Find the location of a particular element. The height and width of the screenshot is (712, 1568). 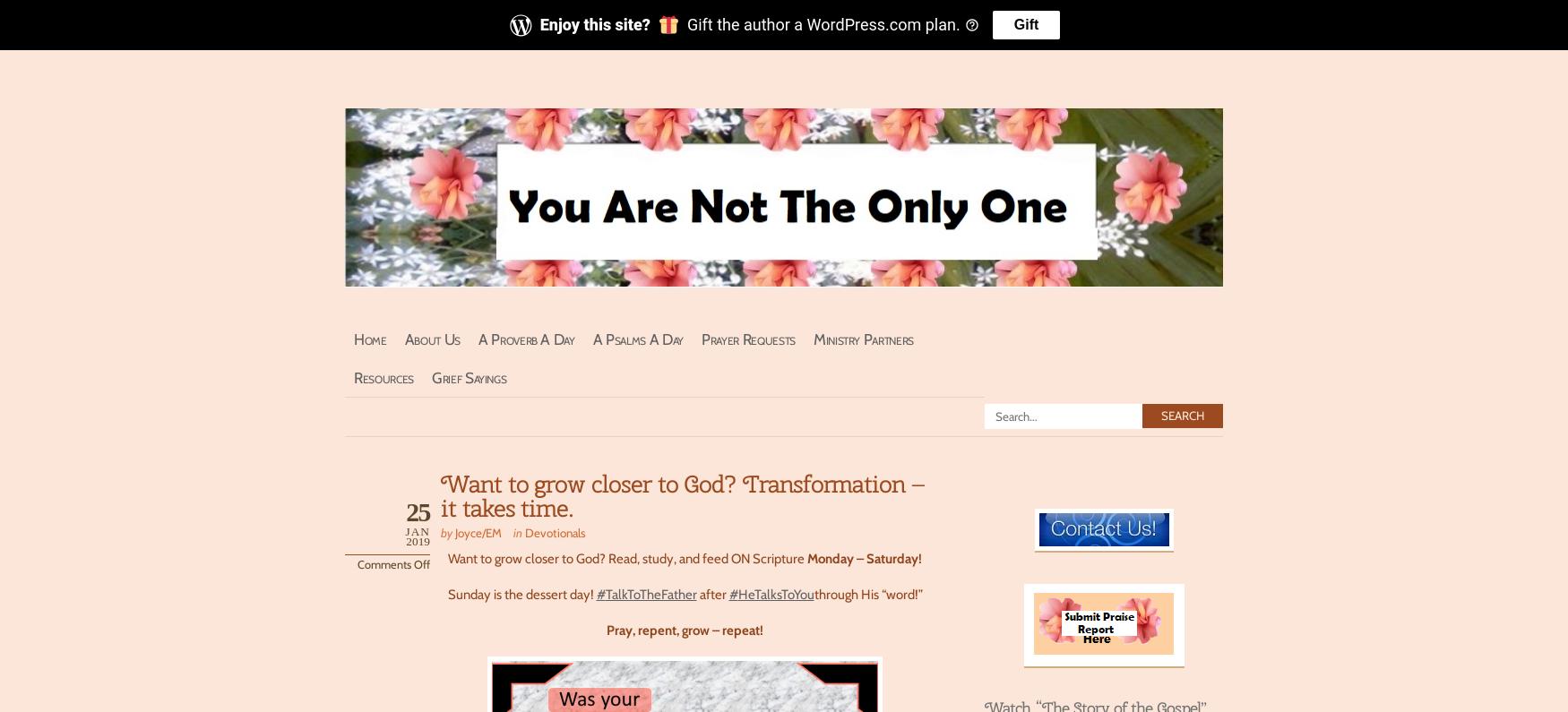

'after' is located at coordinates (695, 593).